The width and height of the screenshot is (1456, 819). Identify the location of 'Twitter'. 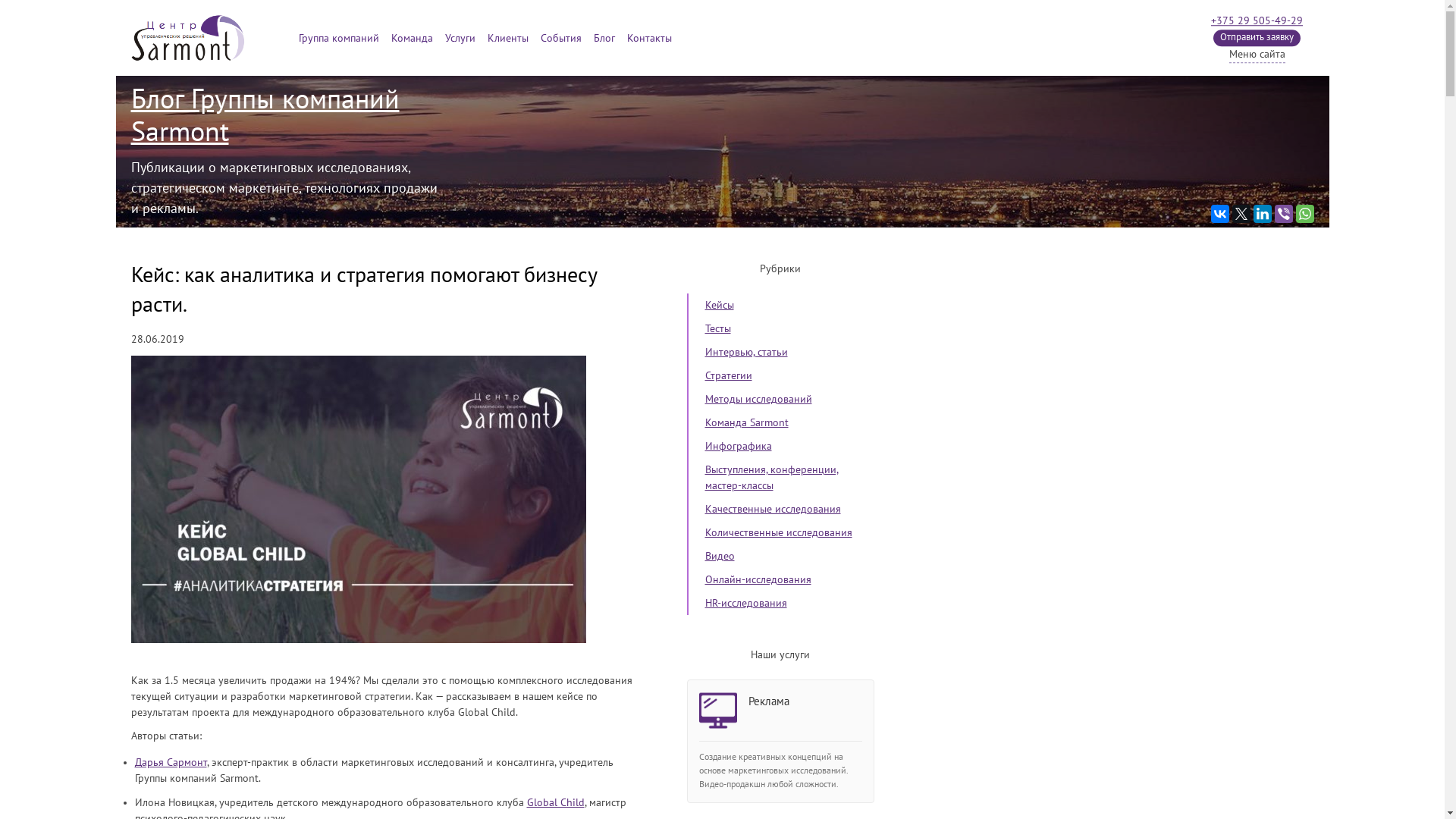
(1241, 213).